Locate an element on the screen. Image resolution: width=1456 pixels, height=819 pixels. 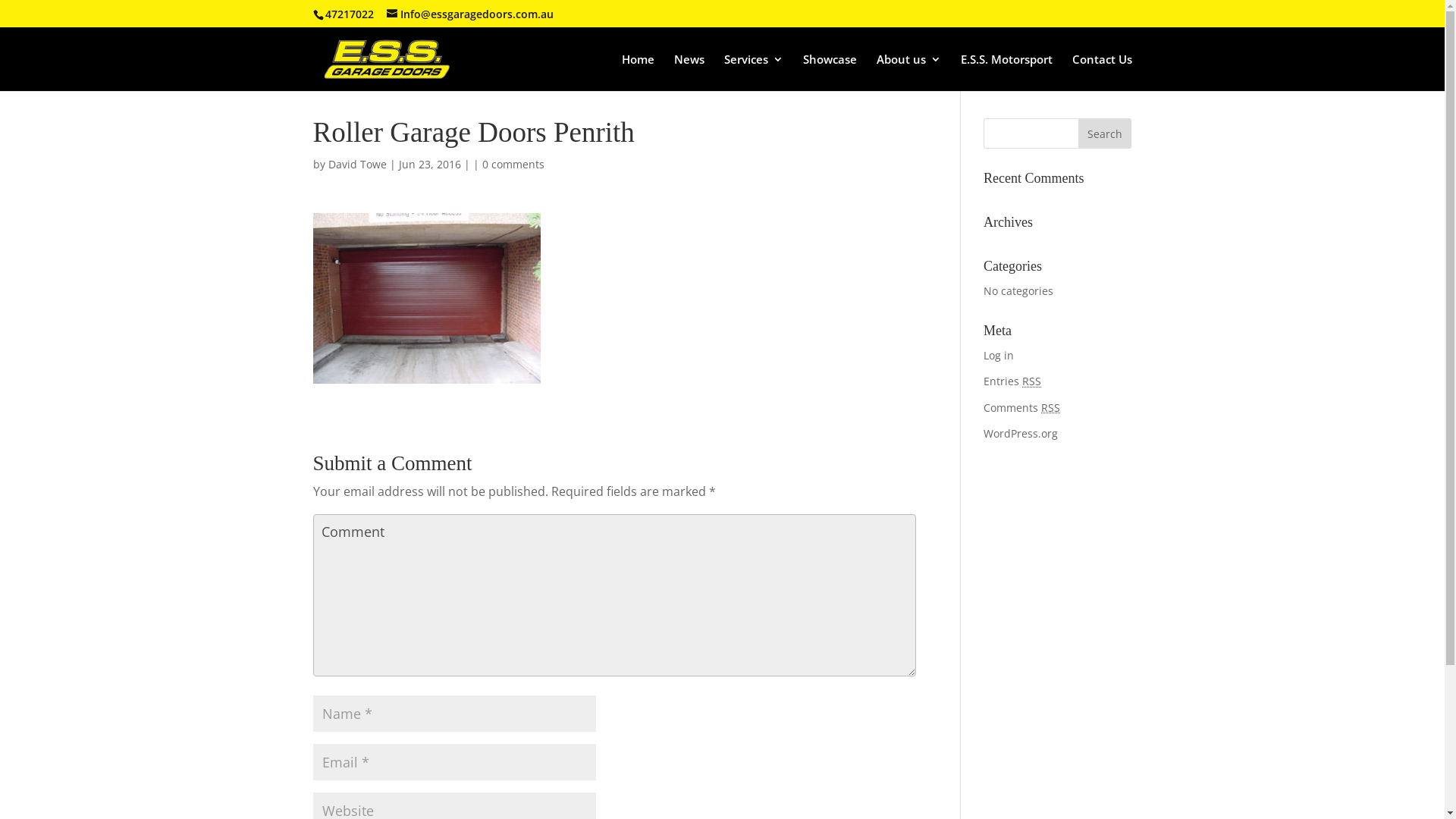
'Log in' is located at coordinates (998, 355).